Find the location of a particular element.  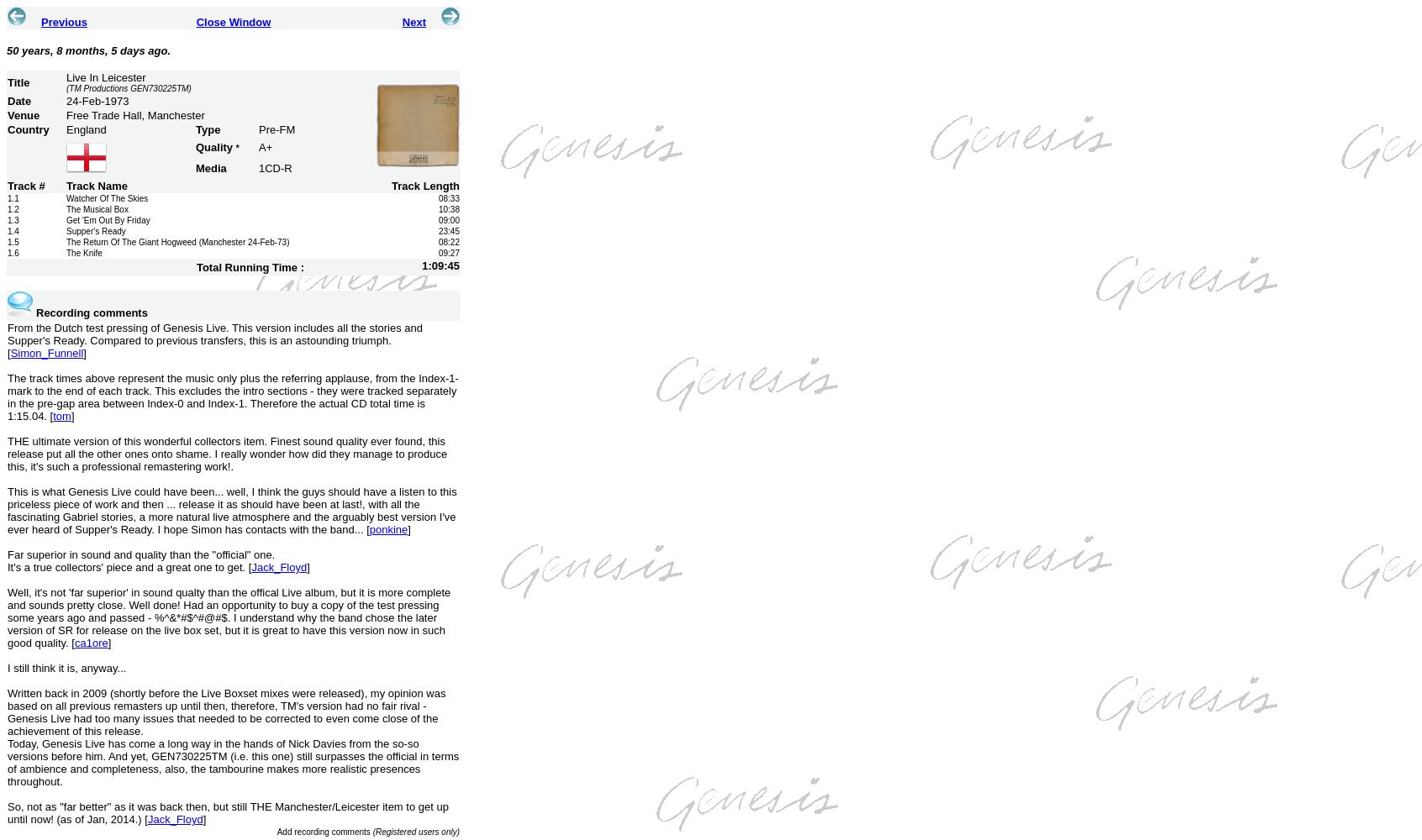

'Get 'Em Out By Friday' is located at coordinates (108, 220).